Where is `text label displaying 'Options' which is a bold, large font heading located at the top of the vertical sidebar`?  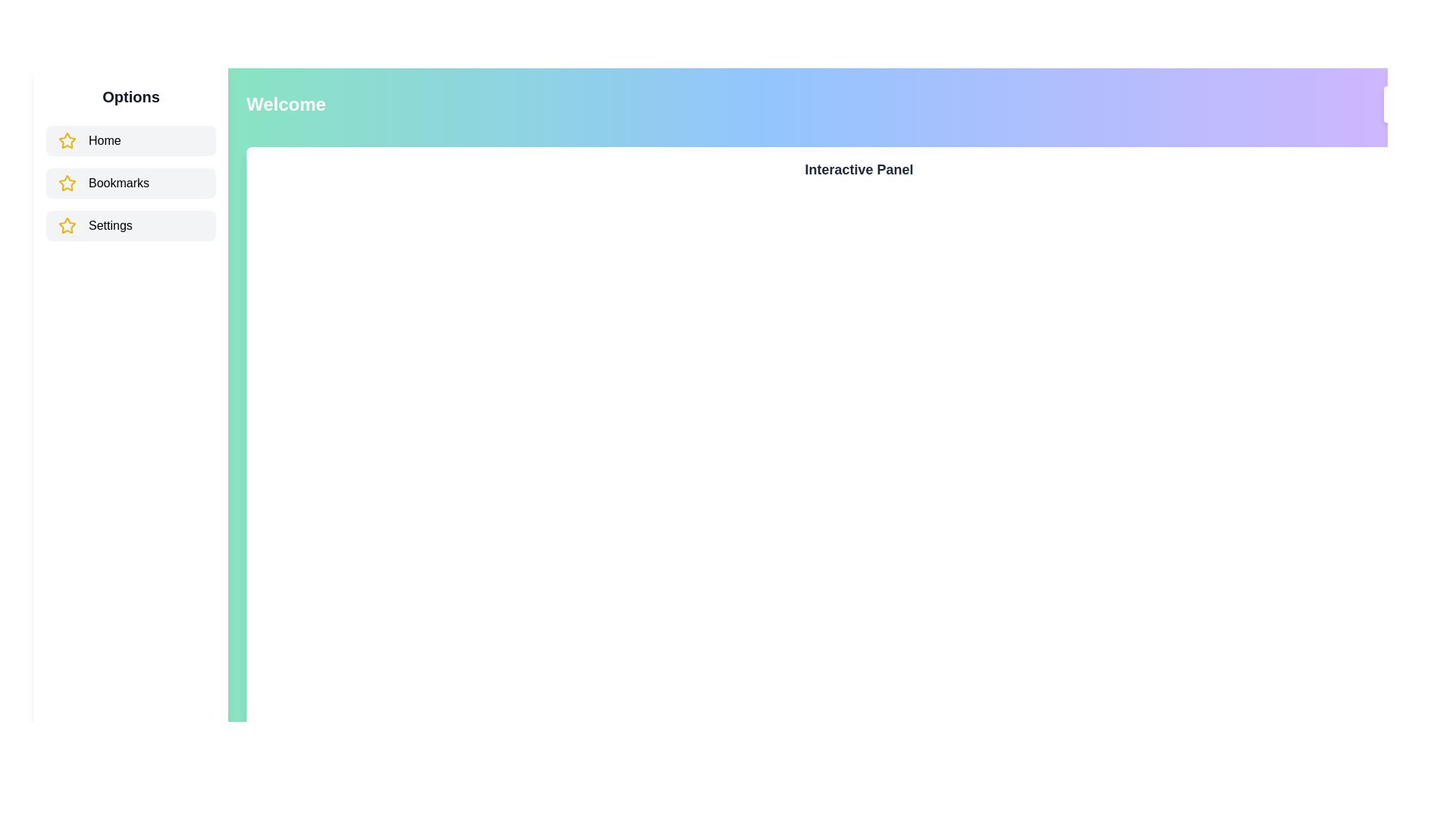 text label displaying 'Options' which is a bold, large font heading located at the top of the vertical sidebar is located at coordinates (130, 96).